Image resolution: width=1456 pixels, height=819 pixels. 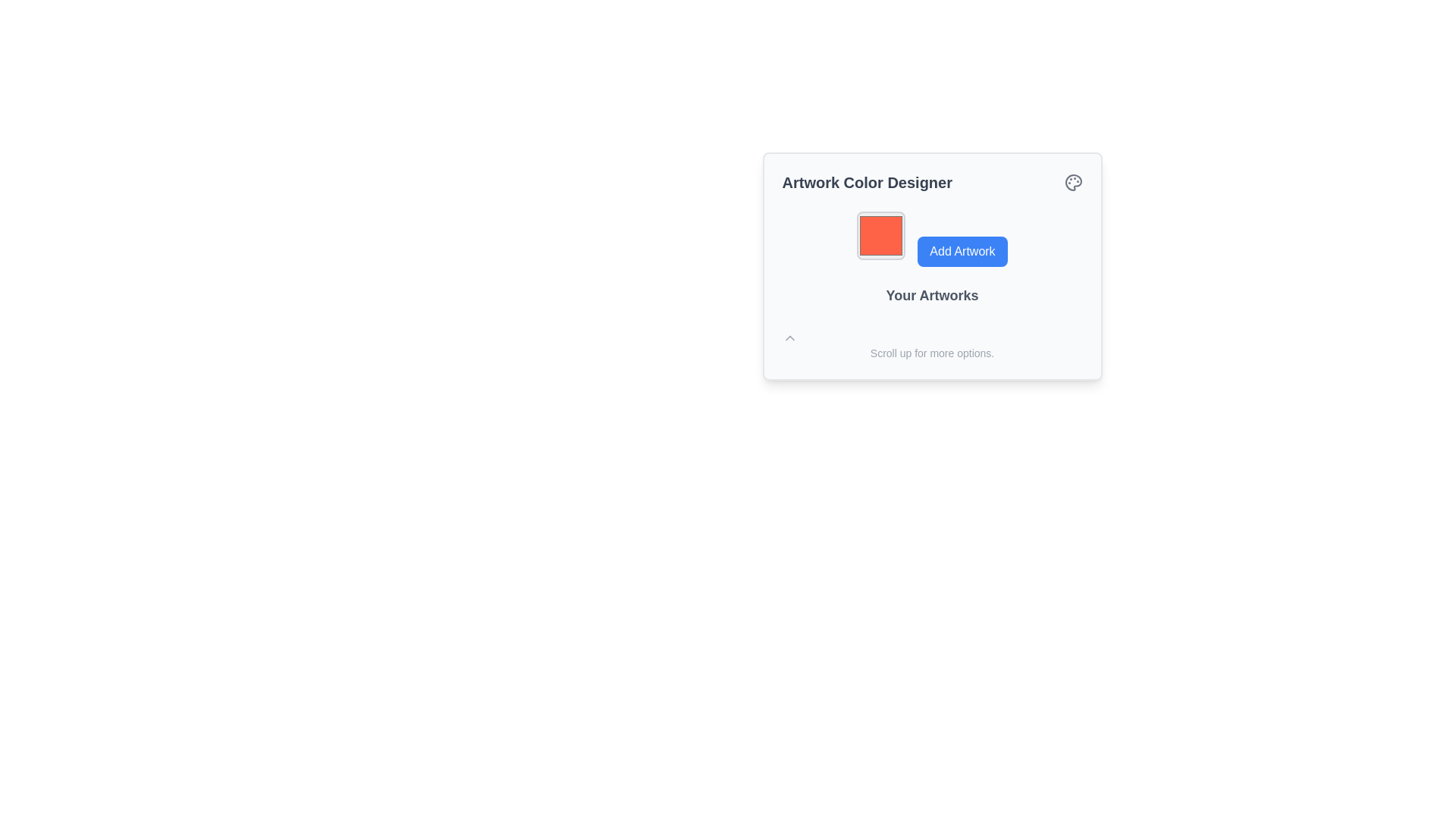 I want to click on the SVG Icon located at the rightmost end of the header section labeled 'Artwork Color Designer', which serves as a decorative representation of the application's functionality, so click(x=1072, y=181).